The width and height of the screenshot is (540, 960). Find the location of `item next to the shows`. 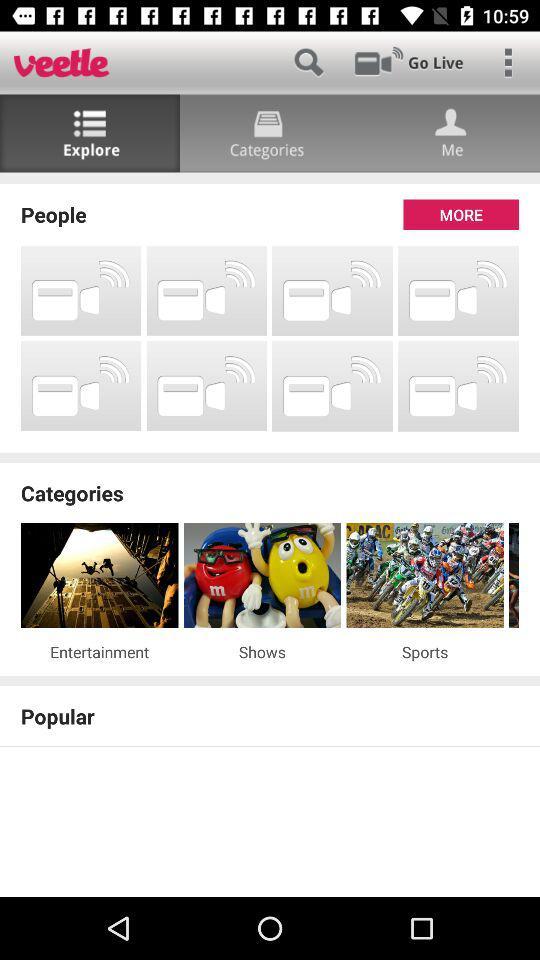

item next to the shows is located at coordinates (424, 650).